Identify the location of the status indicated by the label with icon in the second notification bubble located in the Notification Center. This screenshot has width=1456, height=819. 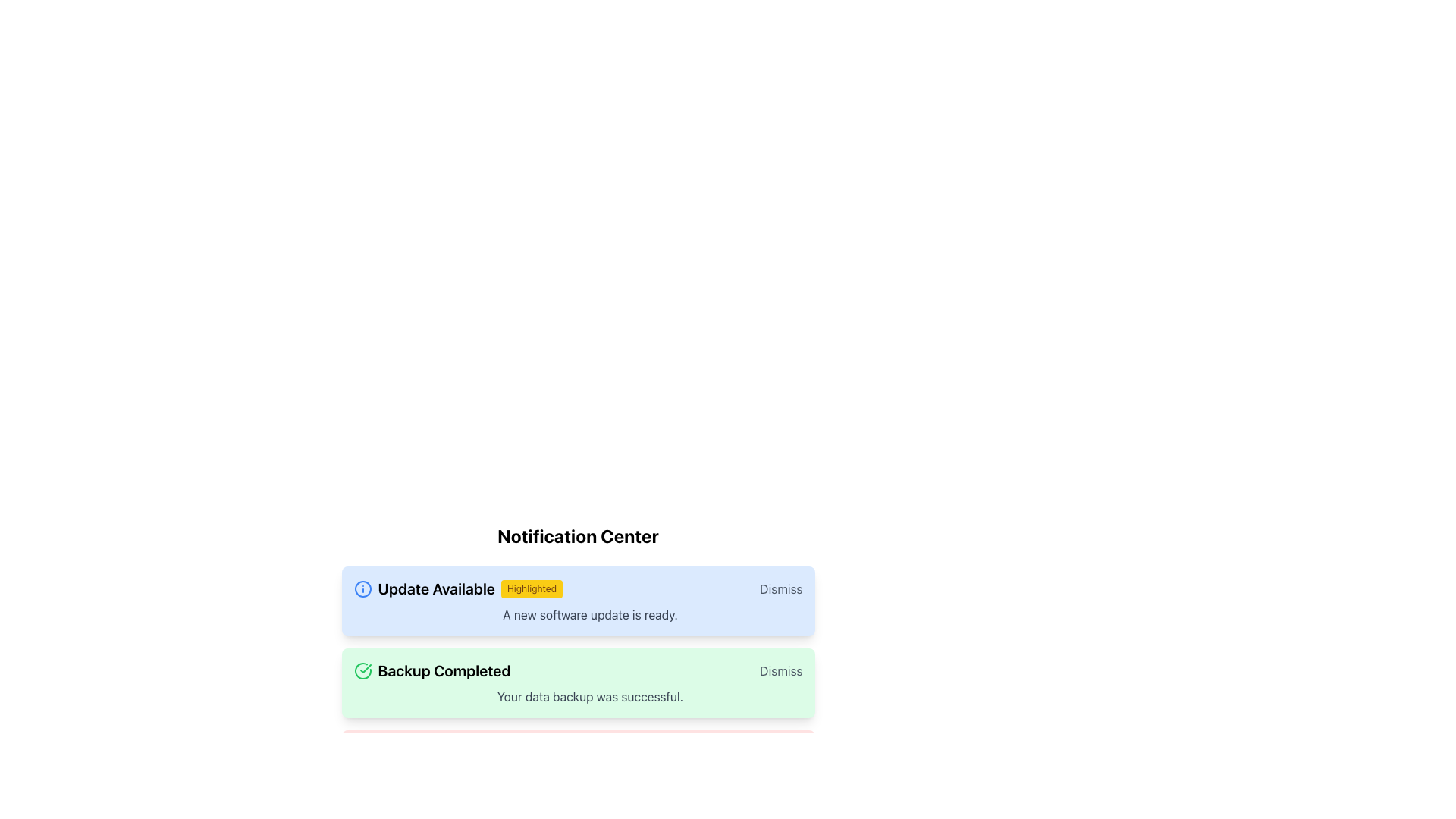
(431, 670).